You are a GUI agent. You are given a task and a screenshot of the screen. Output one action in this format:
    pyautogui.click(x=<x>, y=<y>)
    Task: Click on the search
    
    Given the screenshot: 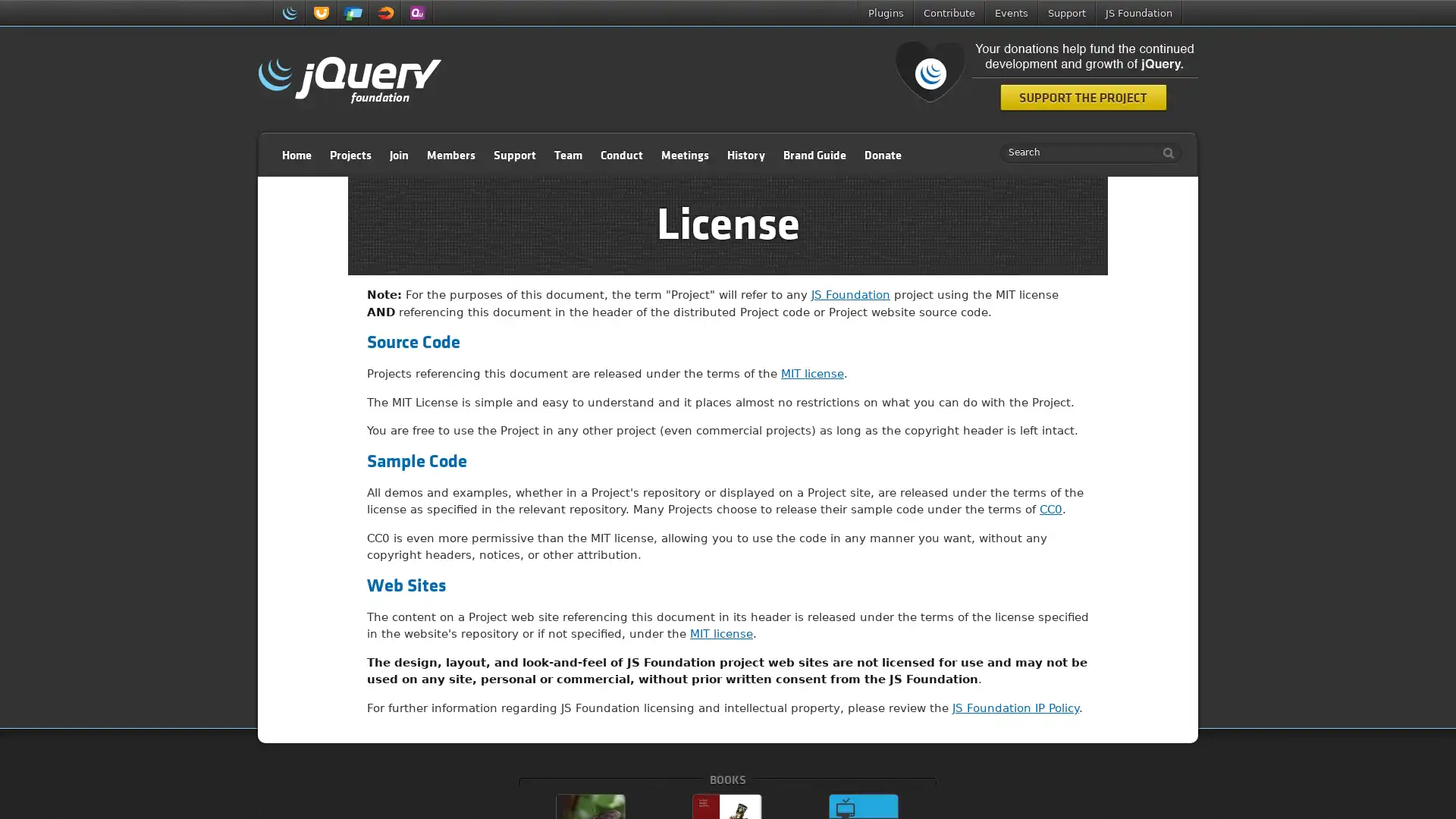 What is the action you would take?
    pyautogui.click(x=1164, y=152)
    